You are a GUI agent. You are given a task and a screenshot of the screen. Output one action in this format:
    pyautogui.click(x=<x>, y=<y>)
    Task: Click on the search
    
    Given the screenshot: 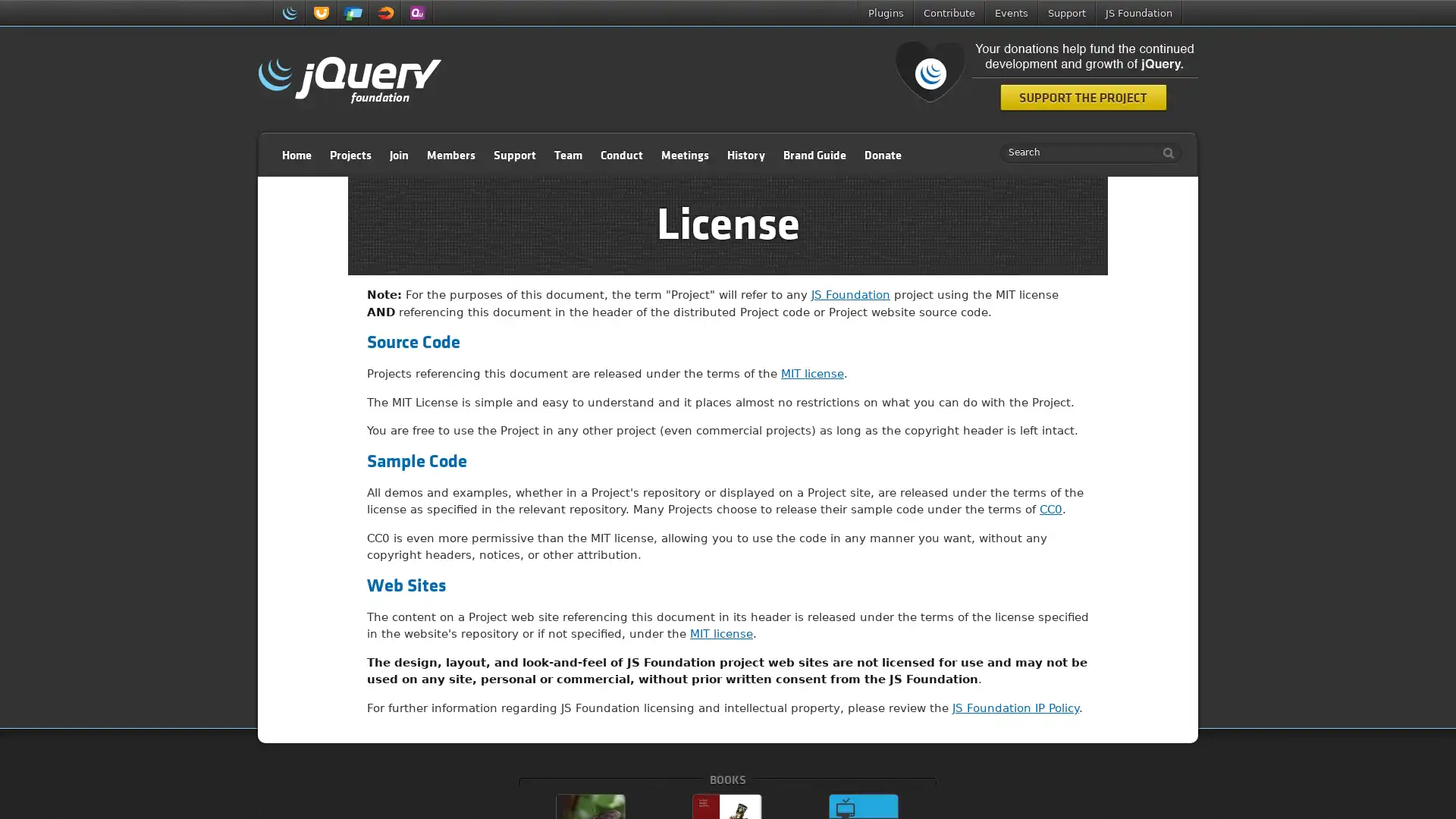 What is the action you would take?
    pyautogui.click(x=1164, y=152)
    